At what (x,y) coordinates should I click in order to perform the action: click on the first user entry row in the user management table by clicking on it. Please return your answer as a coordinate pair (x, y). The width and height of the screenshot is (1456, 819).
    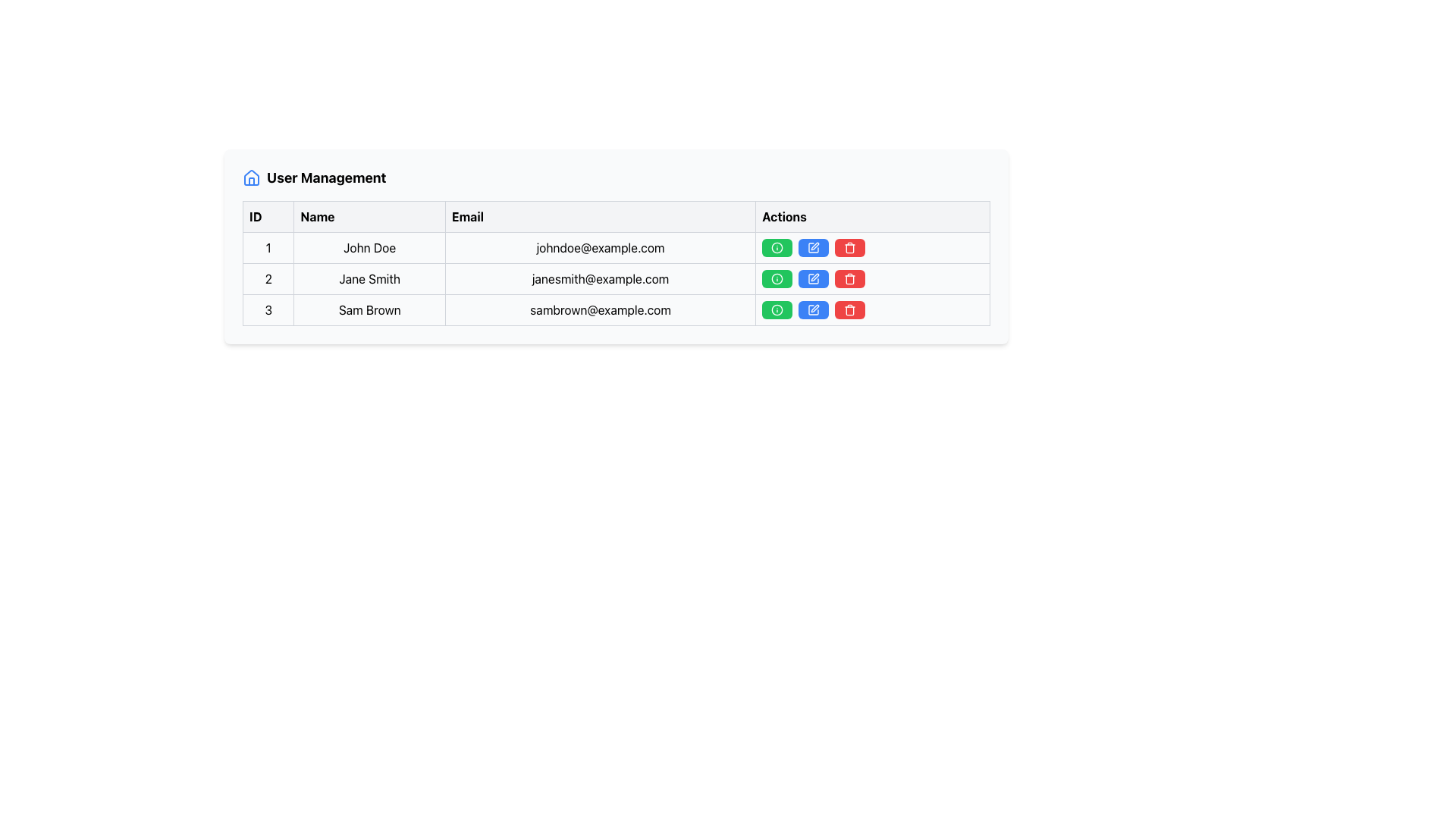
    Looking at the image, I should click on (616, 247).